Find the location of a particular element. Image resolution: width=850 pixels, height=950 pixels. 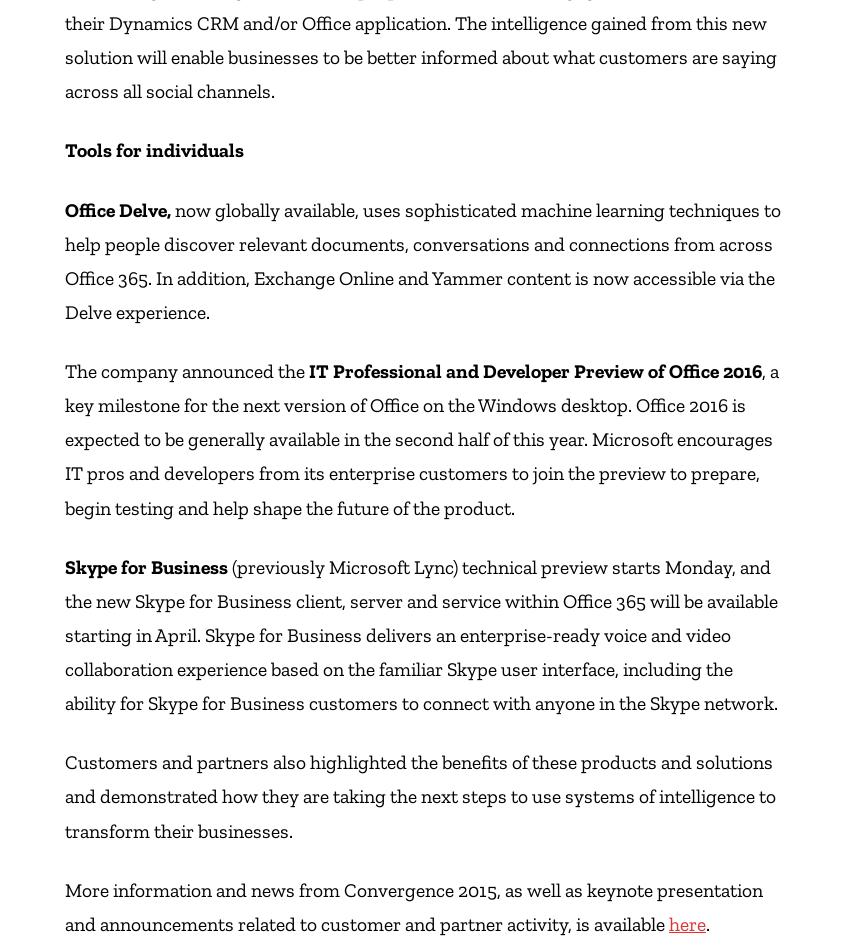

'Tools for individuals' is located at coordinates (65, 150).